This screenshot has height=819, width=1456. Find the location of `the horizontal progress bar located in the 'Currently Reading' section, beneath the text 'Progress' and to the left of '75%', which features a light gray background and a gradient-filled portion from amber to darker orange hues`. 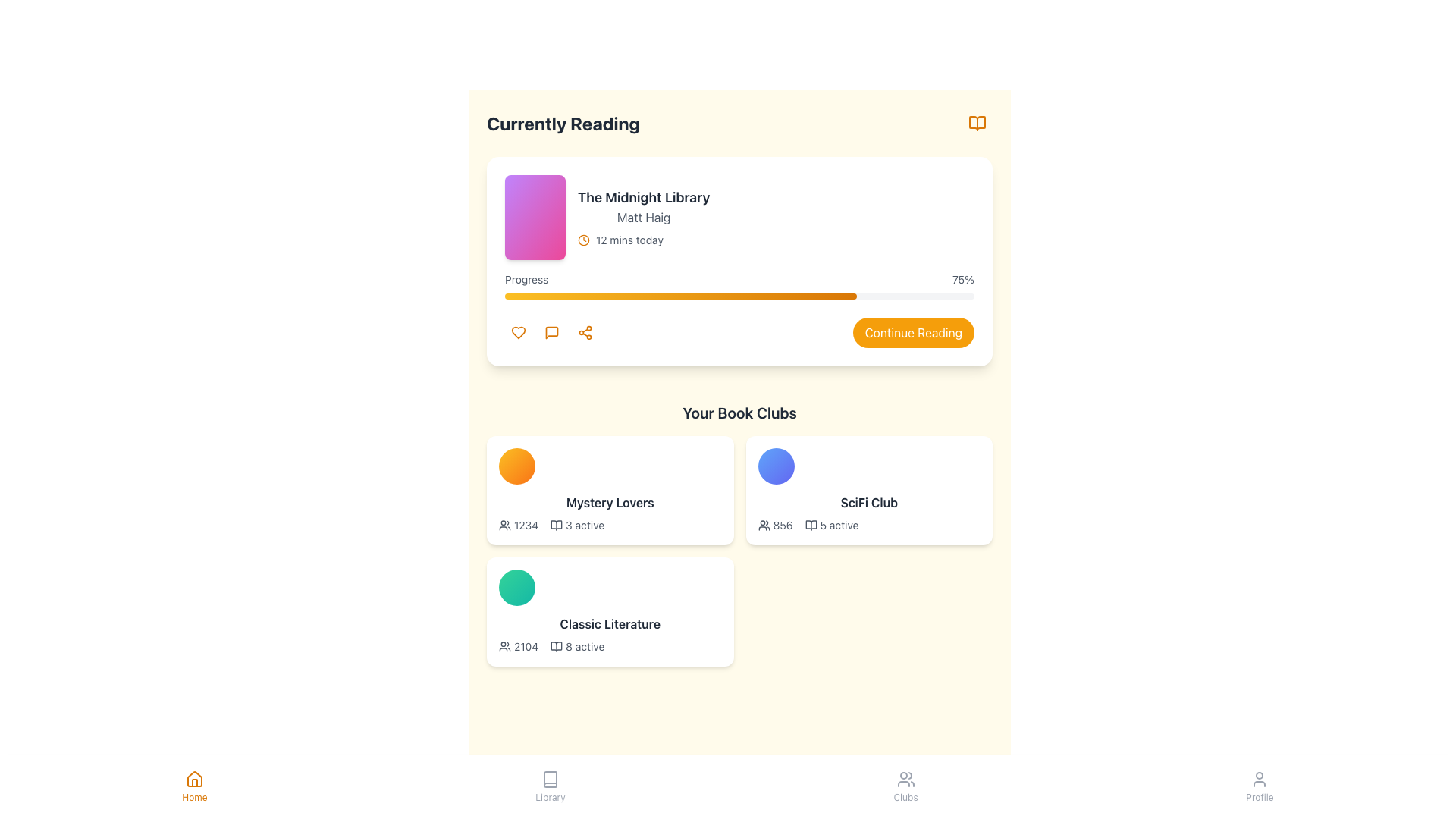

the horizontal progress bar located in the 'Currently Reading' section, beneath the text 'Progress' and to the left of '75%', which features a light gray background and a gradient-filled portion from amber to darker orange hues is located at coordinates (739, 296).